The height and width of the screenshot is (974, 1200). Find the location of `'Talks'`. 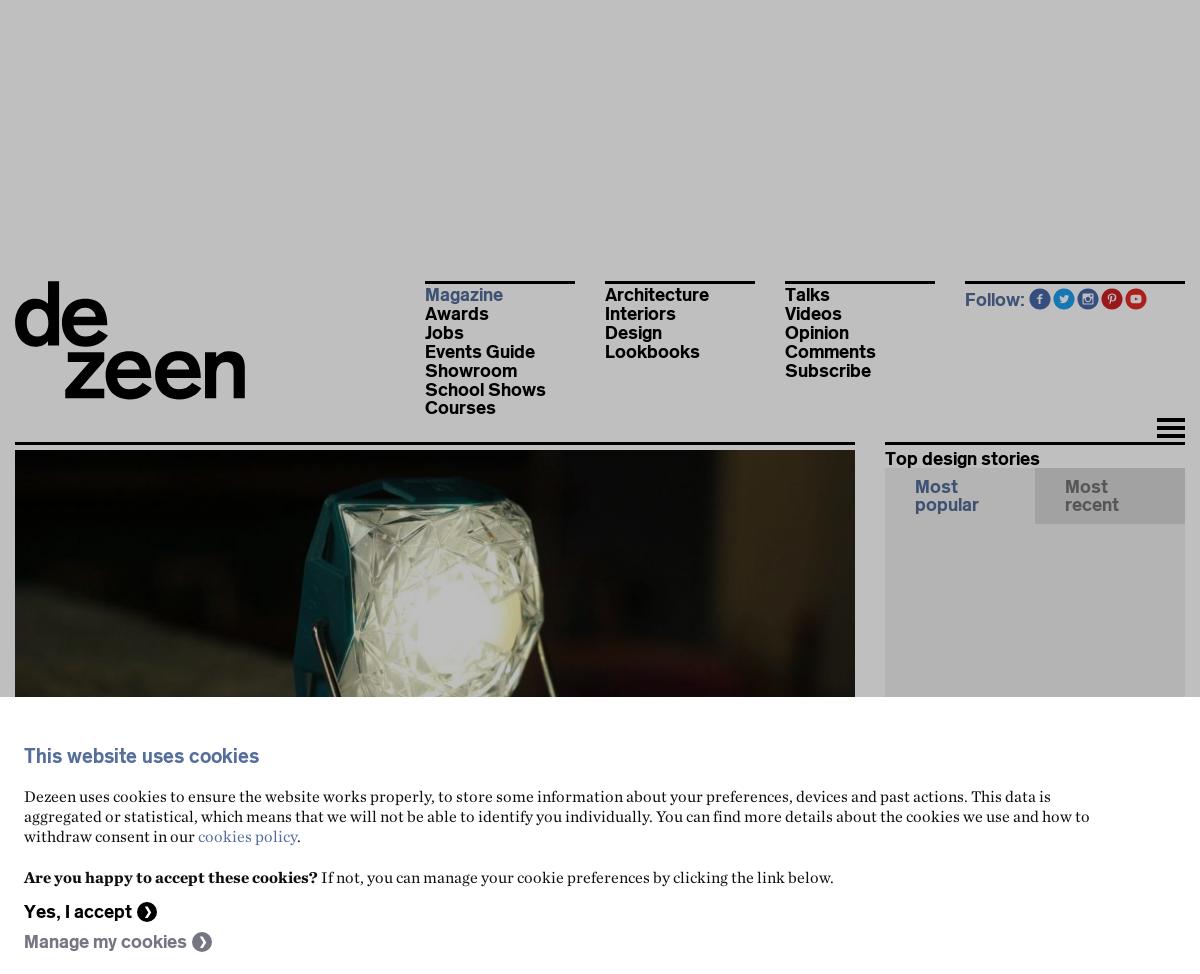

'Talks' is located at coordinates (806, 294).